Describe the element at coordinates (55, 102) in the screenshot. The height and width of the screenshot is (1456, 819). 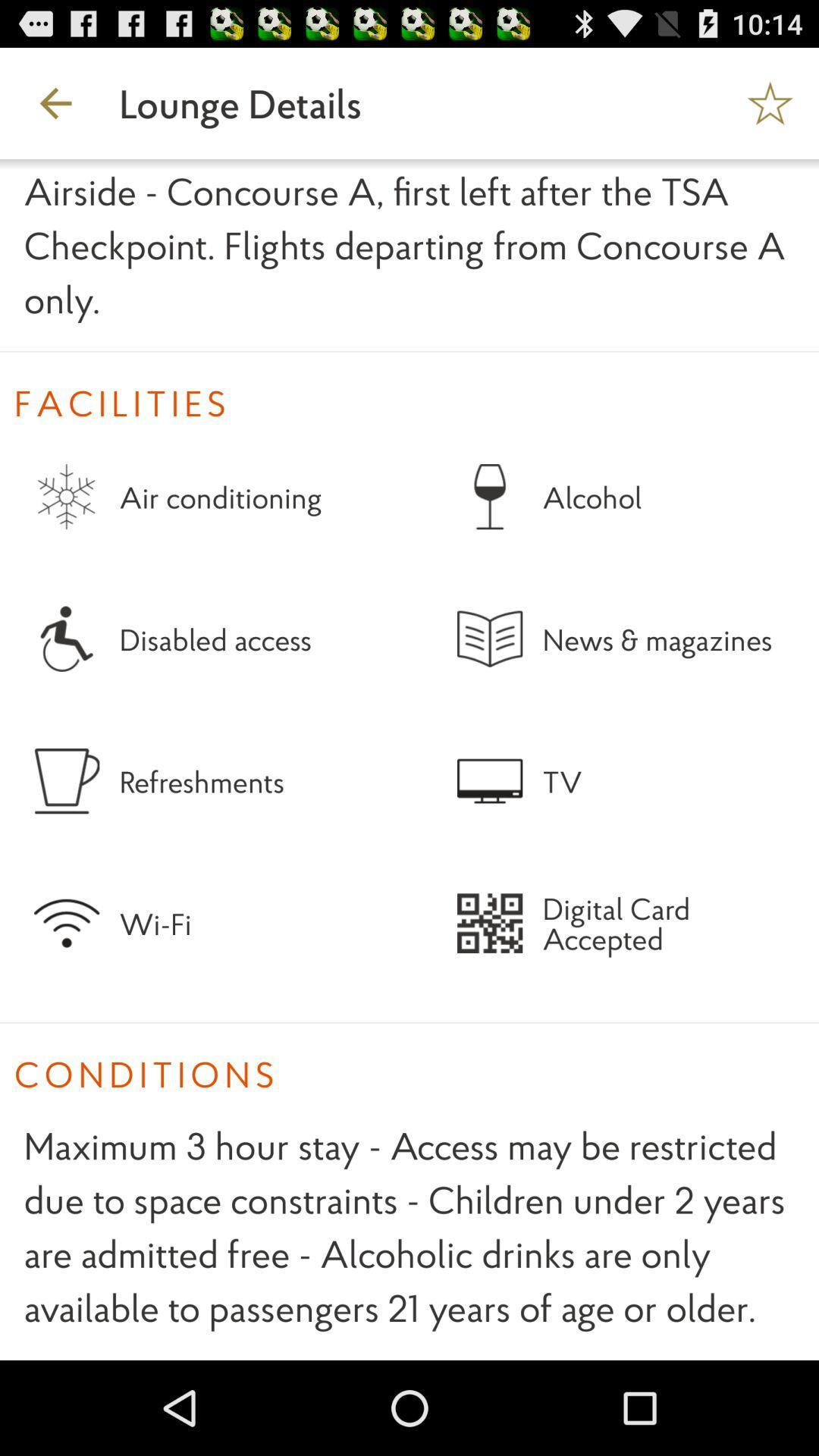
I see `the icon to the left of the lounge details icon` at that location.